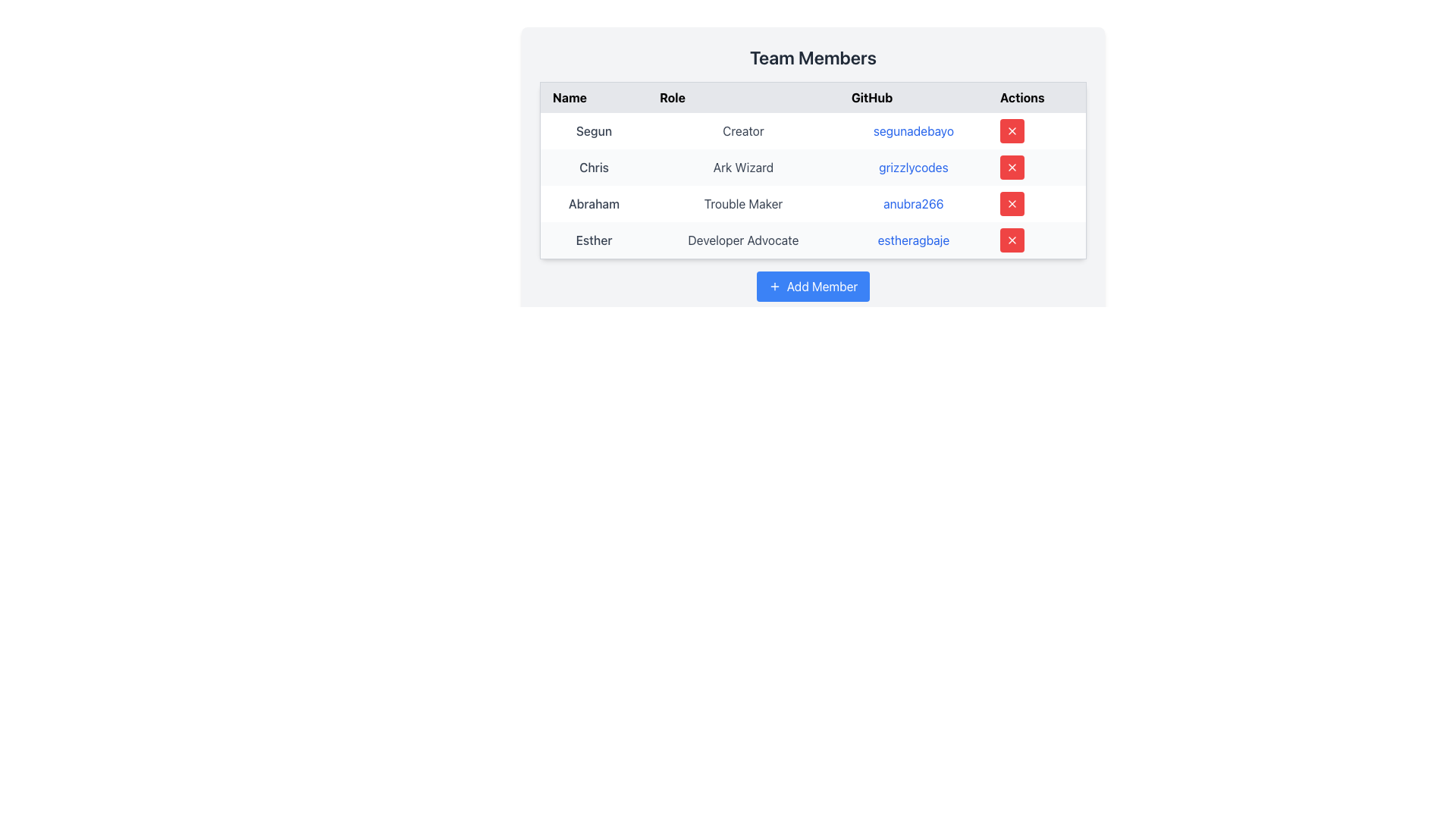 This screenshot has width=1456, height=819. What do you see at coordinates (743, 130) in the screenshot?
I see `the 'Creator' text label, which is a gray sans-serif font located in the second column of the first row under the 'Role' header in a members table` at bounding box center [743, 130].